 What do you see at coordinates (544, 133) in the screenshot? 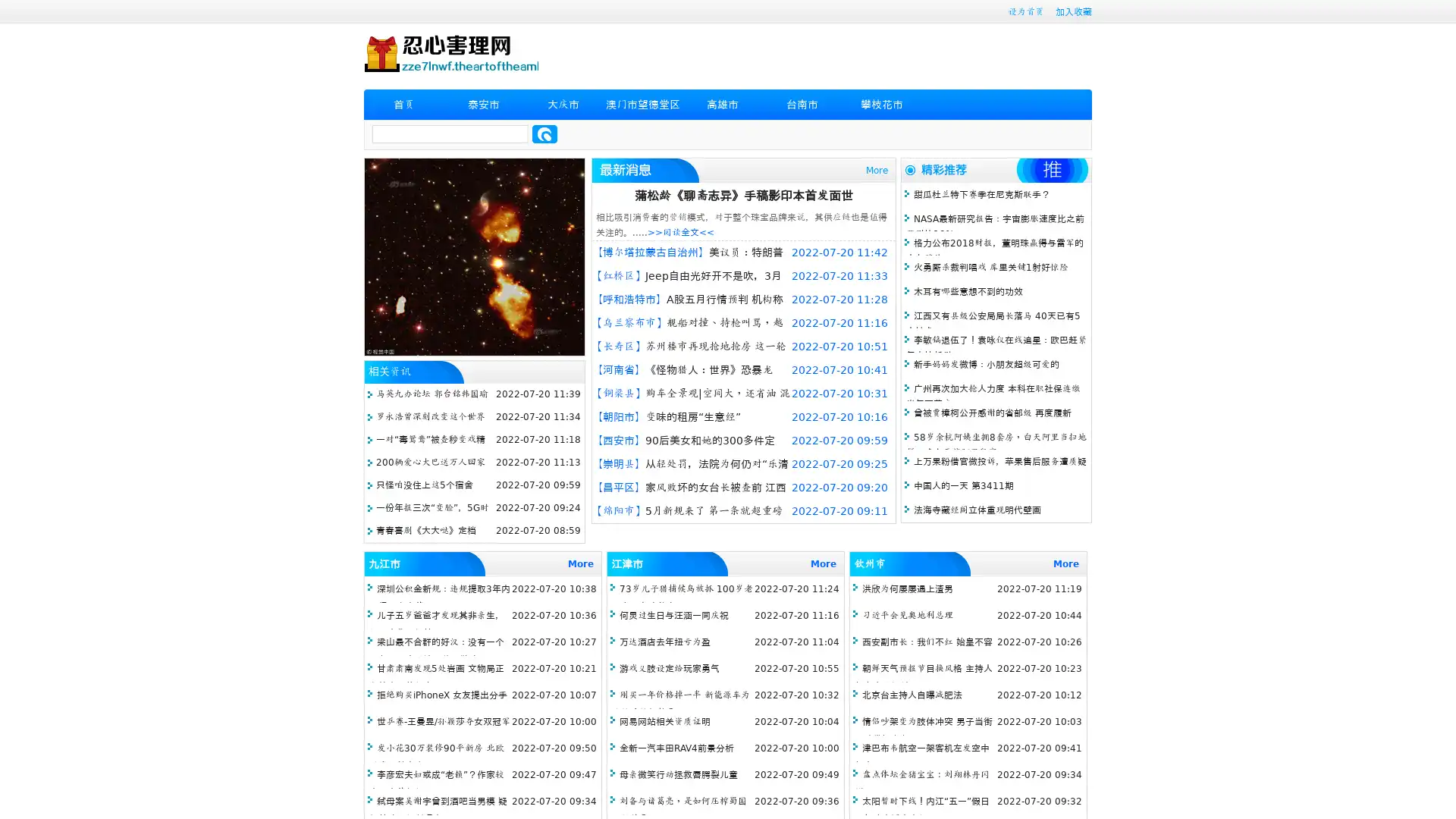
I see `Search` at bounding box center [544, 133].